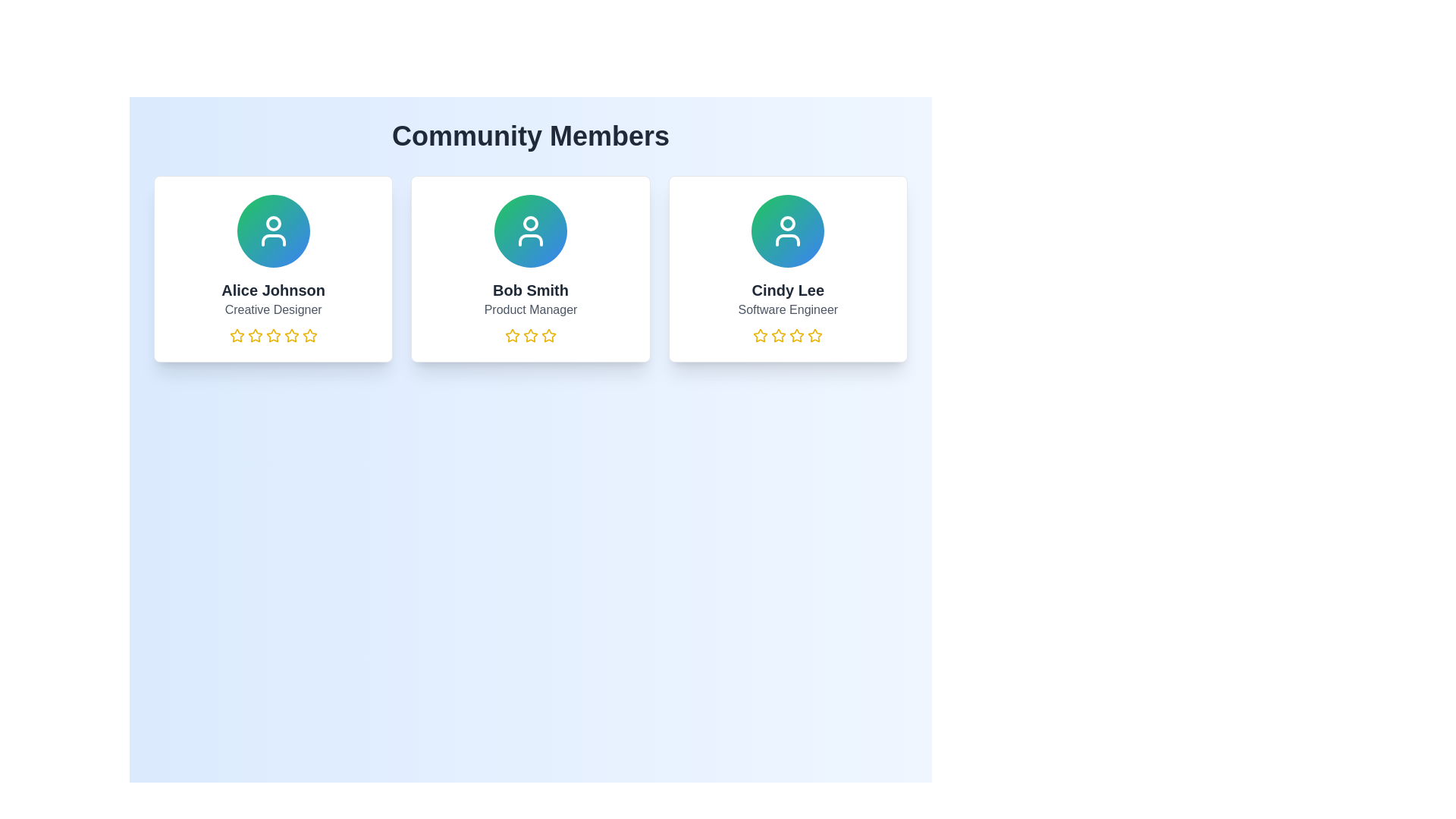 This screenshot has height=819, width=1456. Describe the element at coordinates (787, 290) in the screenshot. I see `styling of the text 'Cindy Lee', which is the topmost text in the rightmost card of the community member profiles` at that location.